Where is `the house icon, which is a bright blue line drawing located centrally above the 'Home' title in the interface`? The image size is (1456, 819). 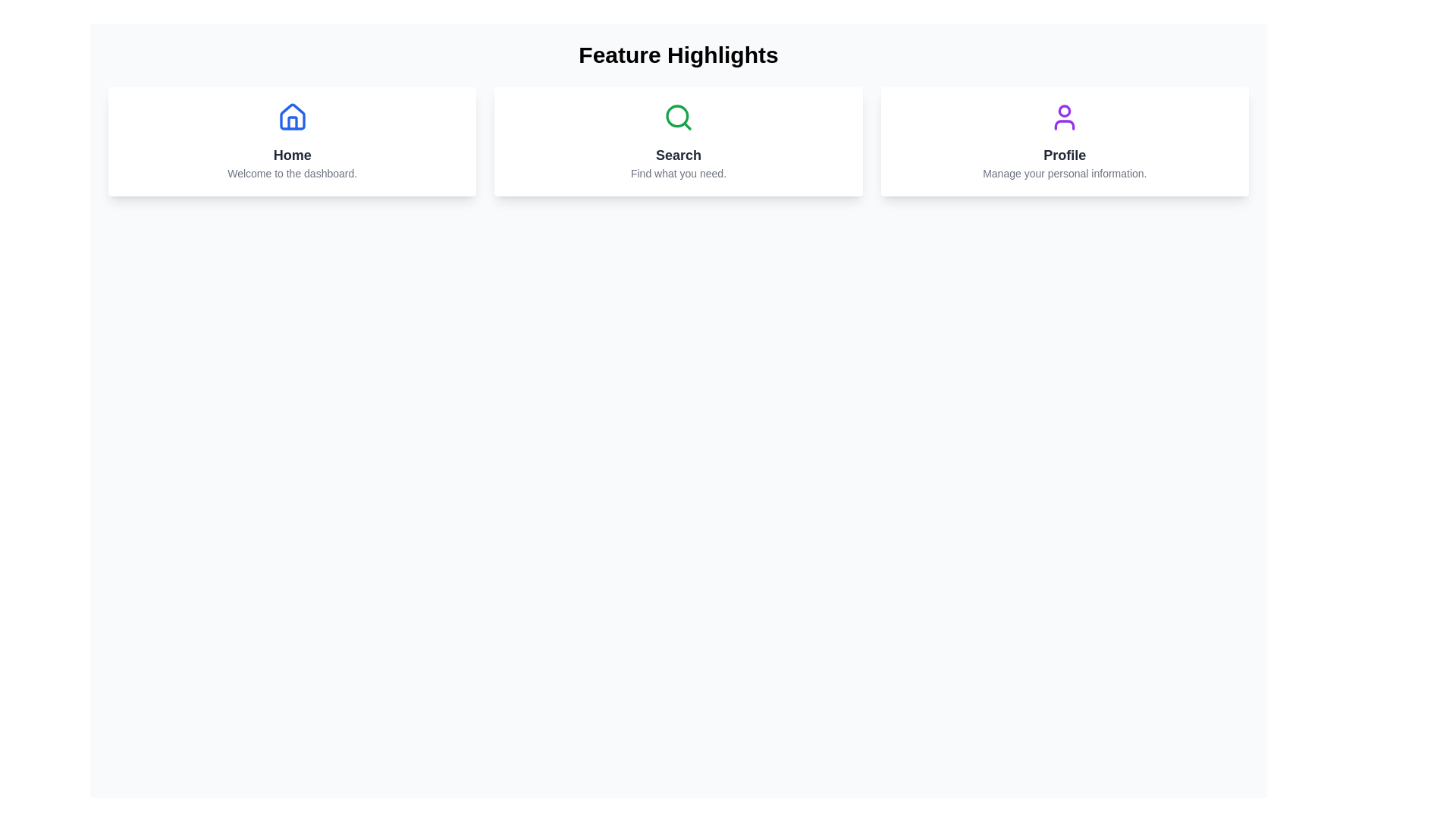
the house icon, which is a bright blue line drawing located centrally above the 'Home' title in the interface is located at coordinates (292, 116).